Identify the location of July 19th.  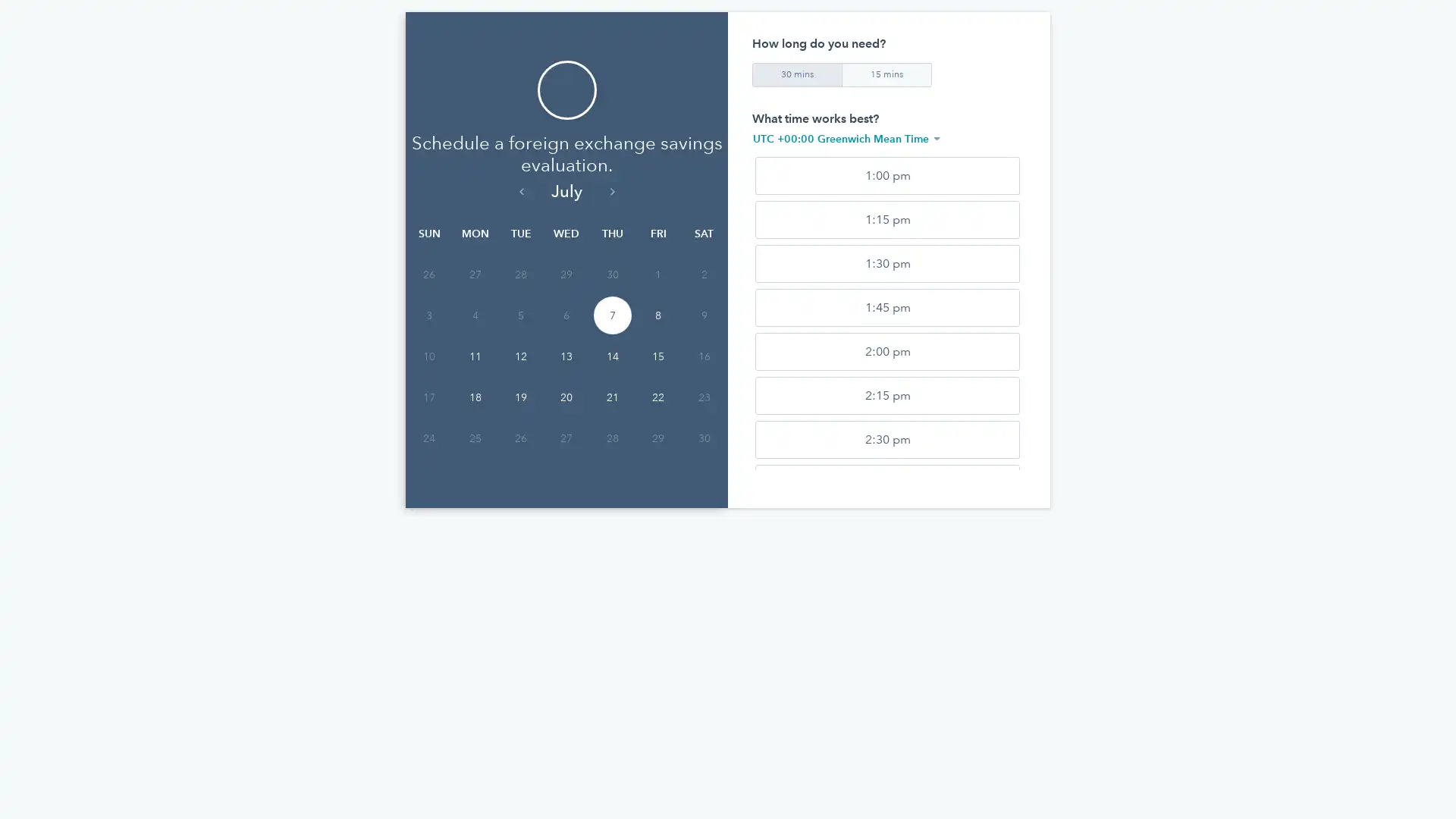
(520, 397).